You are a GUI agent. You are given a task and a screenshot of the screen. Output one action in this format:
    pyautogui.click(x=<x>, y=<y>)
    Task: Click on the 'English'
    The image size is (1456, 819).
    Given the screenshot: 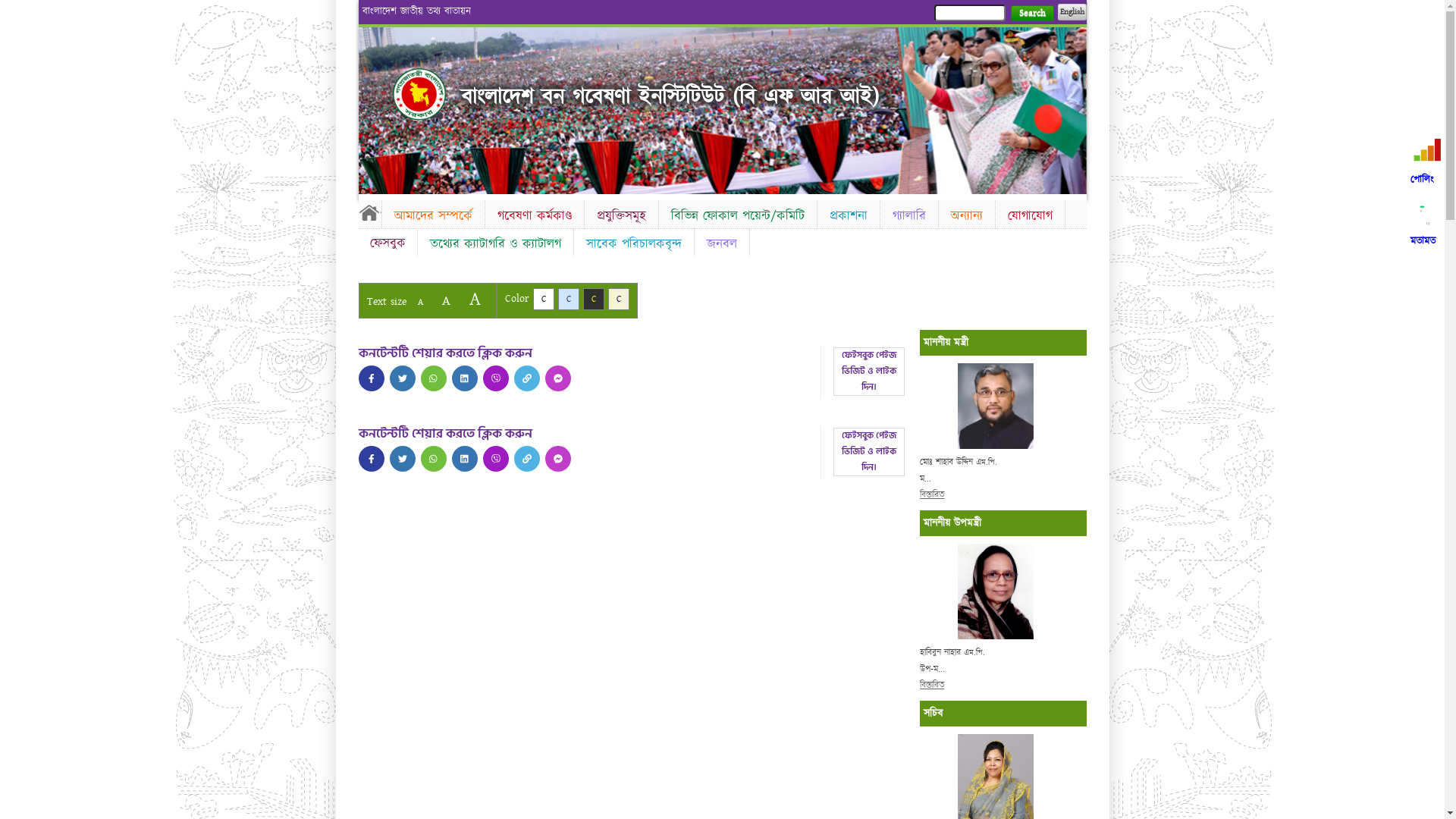 What is the action you would take?
    pyautogui.click(x=1070, y=11)
    